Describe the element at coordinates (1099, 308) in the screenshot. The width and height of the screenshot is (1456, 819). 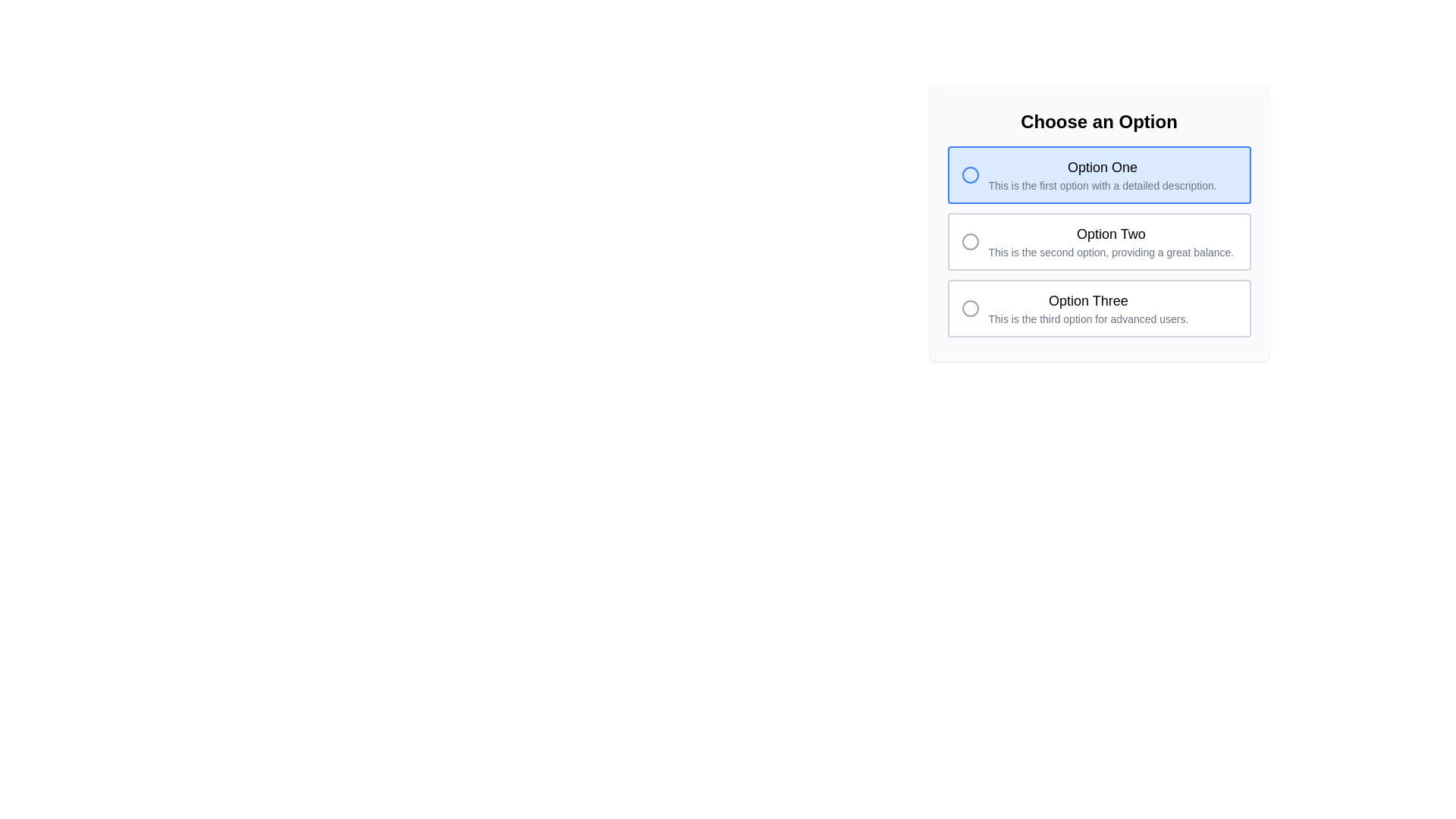
I see `the third selectable option item labeled 'Option Three'` at that location.